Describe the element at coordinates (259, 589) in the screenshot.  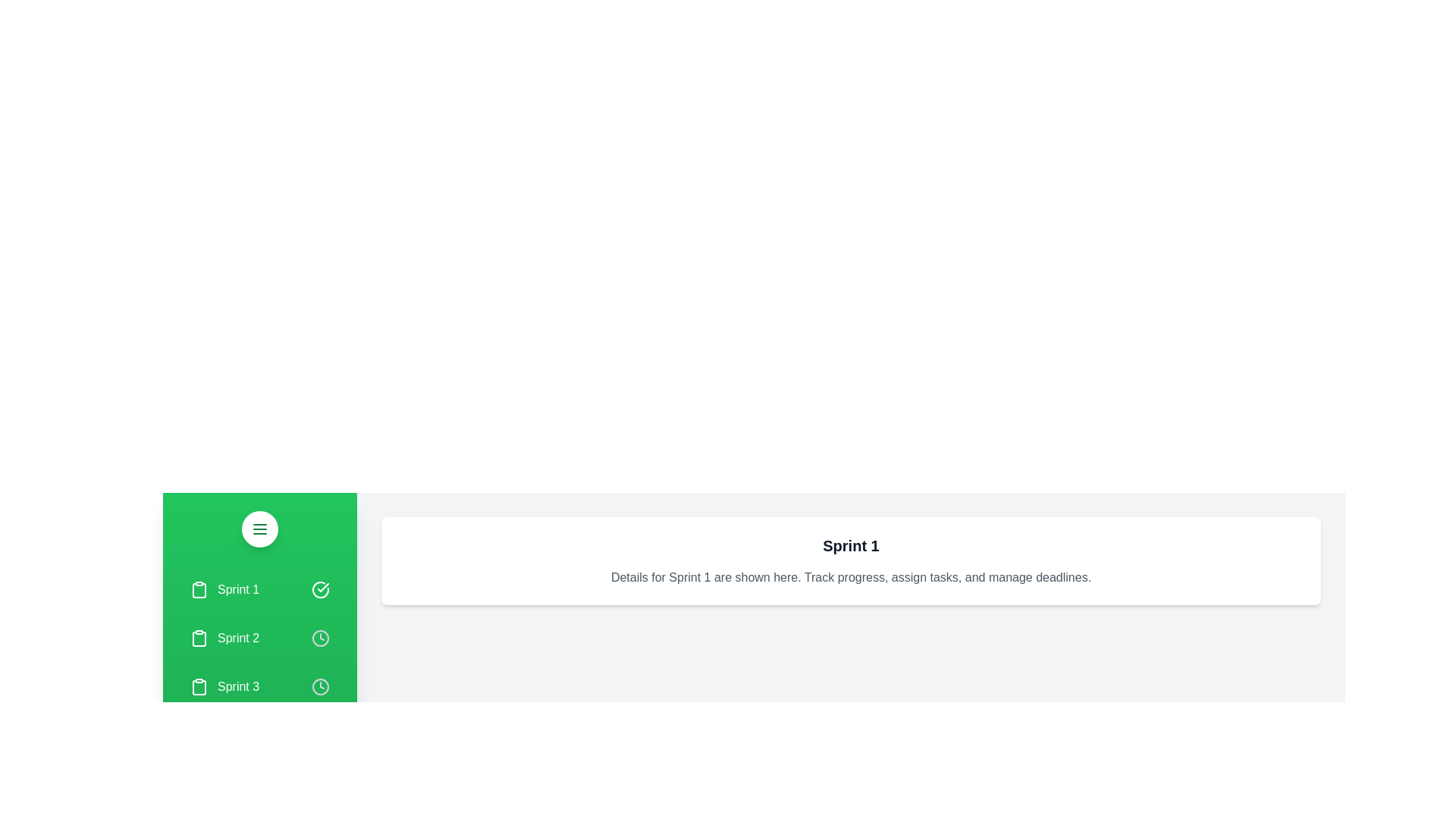
I see `the sprint item Sprint 1 to see the highlight effect` at that location.